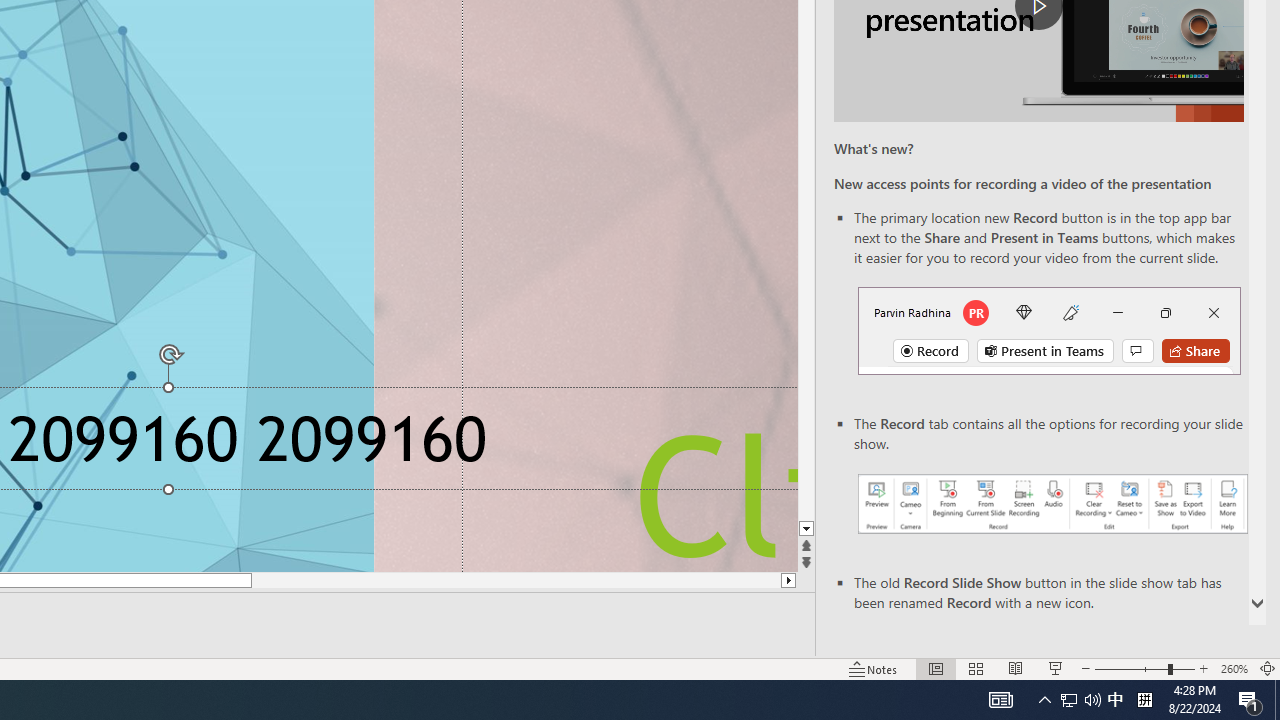 The width and height of the screenshot is (1280, 720). Describe the element at coordinates (1051, 502) in the screenshot. I see `'Record your presentations screenshot one'` at that location.